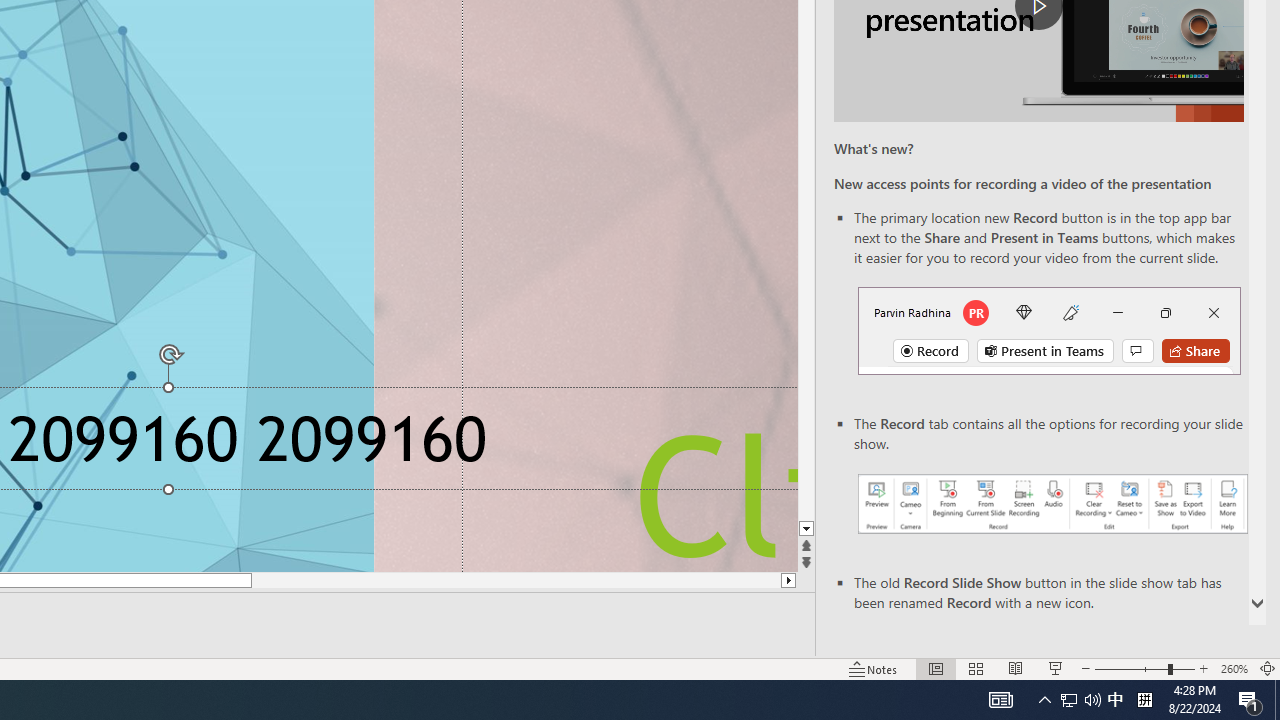 The width and height of the screenshot is (1280, 720). Describe the element at coordinates (1051, 502) in the screenshot. I see `'Record your presentations screenshot one'` at that location.